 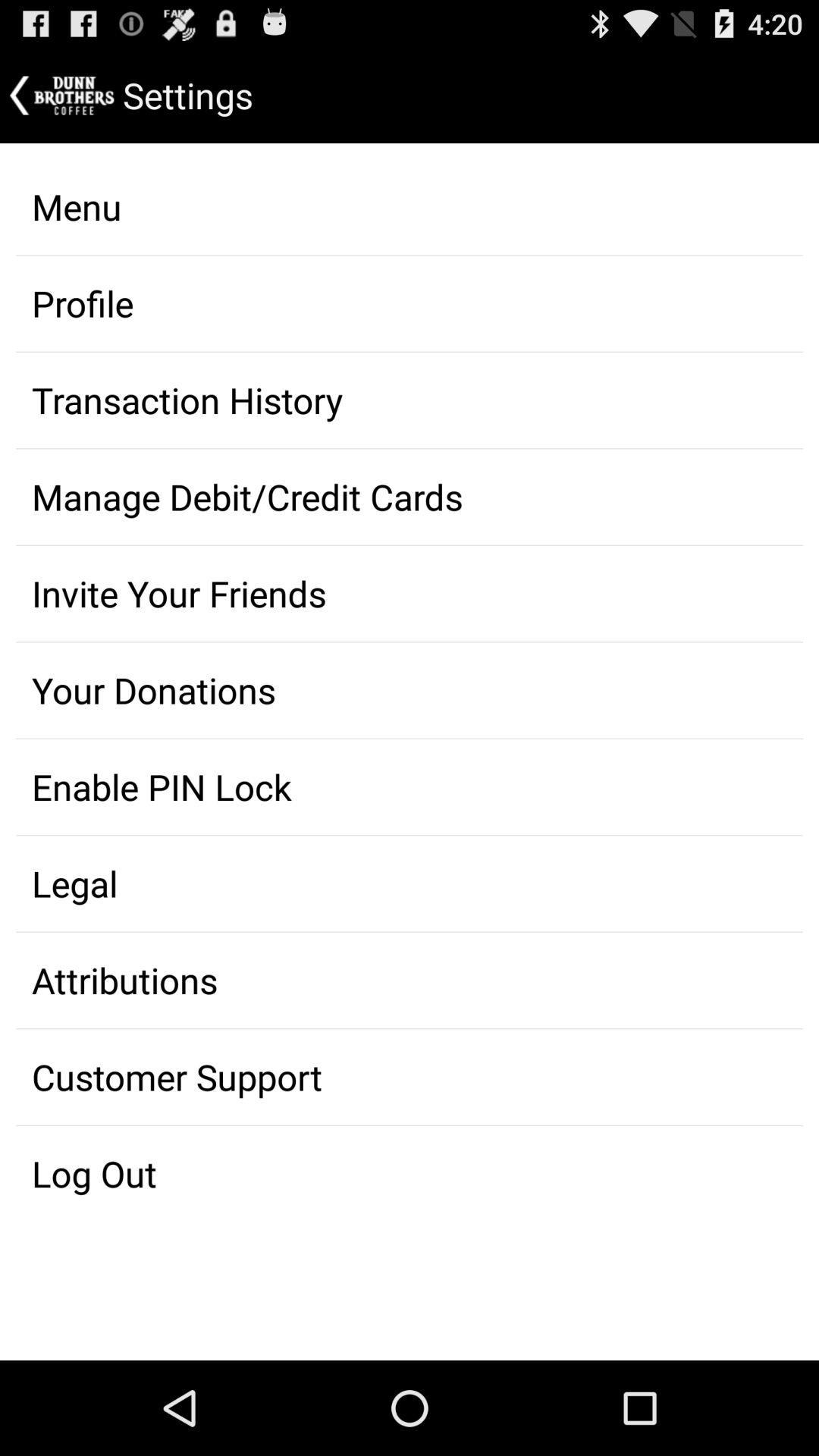 I want to click on the item below customer support icon, so click(x=409, y=1173).